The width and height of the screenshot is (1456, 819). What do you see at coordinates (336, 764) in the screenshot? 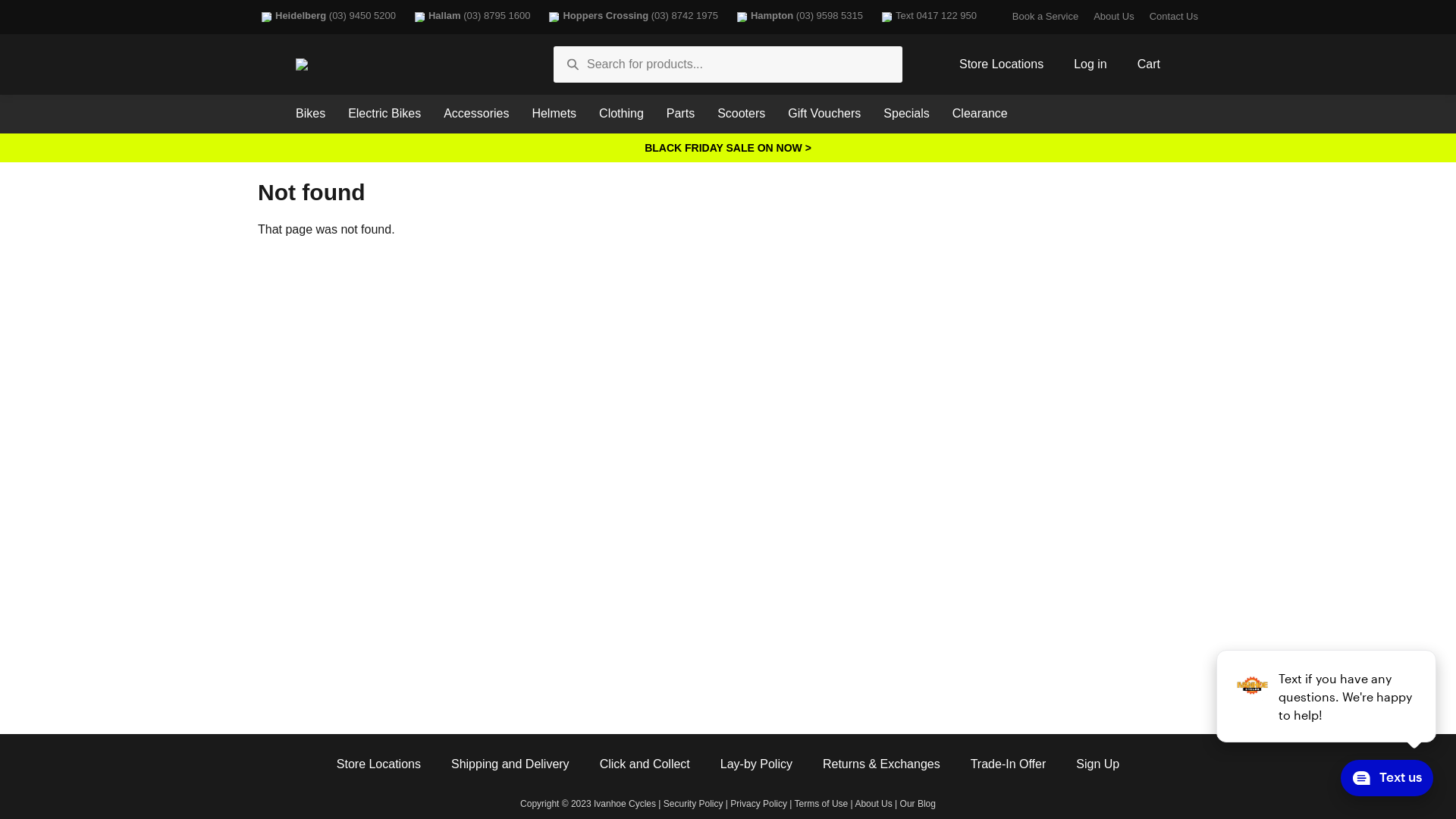
I see `'Store Locations'` at bounding box center [336, 764].